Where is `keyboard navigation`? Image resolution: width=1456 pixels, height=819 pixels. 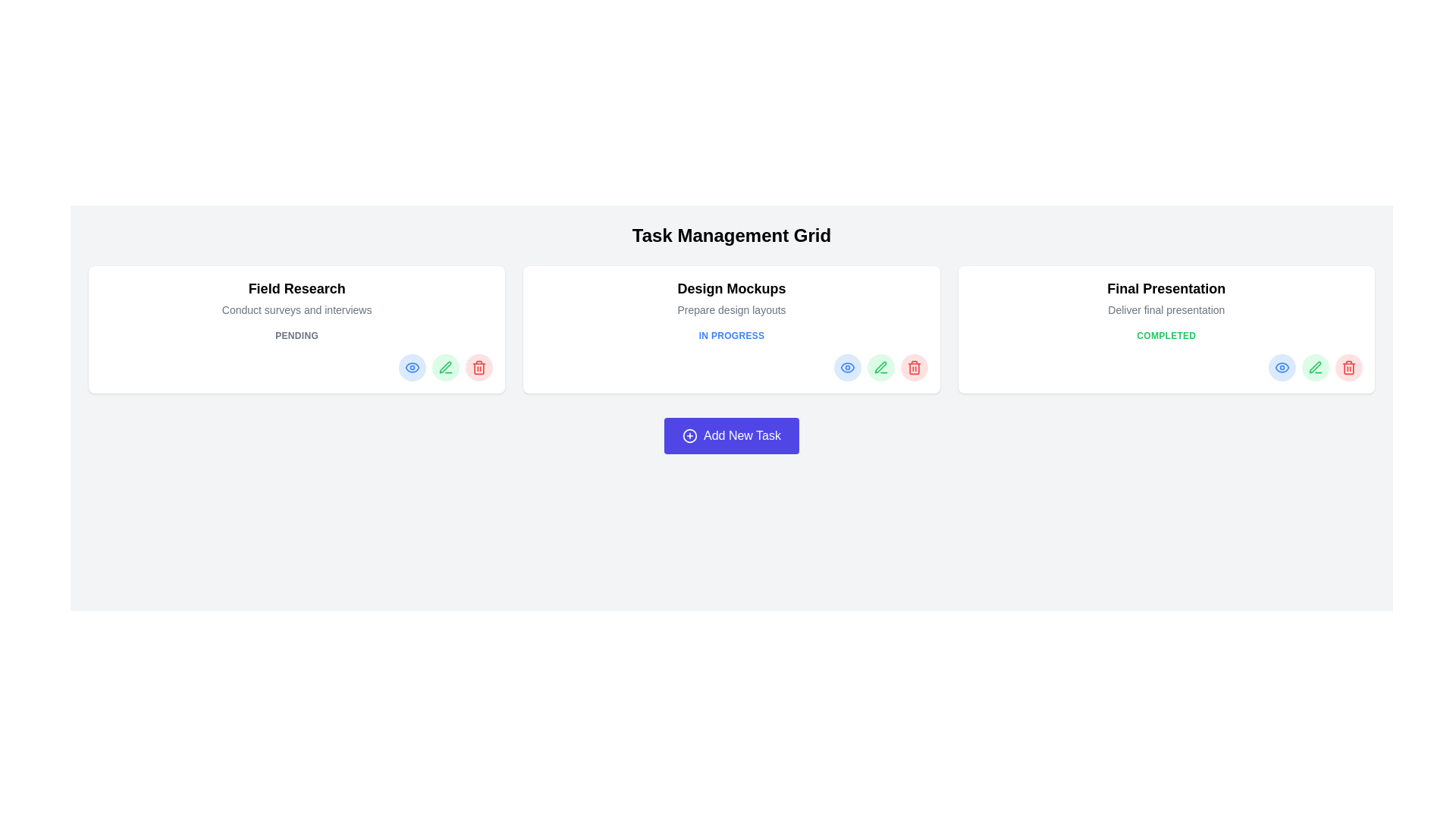
keyboard navigation is located at coordinates (1314, 367).